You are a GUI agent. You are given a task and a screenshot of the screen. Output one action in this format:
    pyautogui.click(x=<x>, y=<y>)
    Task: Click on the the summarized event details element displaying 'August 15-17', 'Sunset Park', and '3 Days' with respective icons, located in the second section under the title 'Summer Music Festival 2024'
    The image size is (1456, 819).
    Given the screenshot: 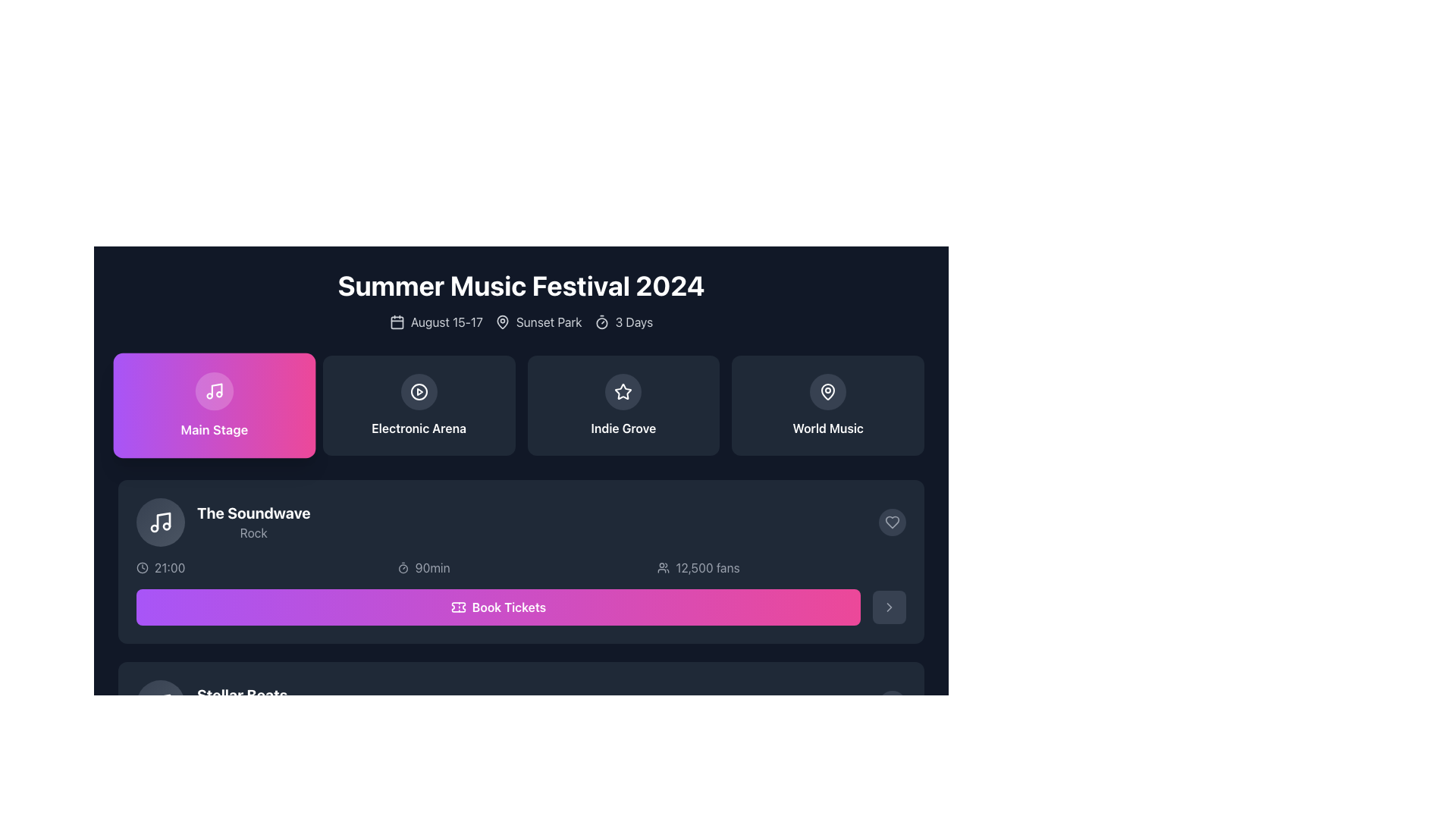 What is the action you would take?
    pyautogui.click(x=521, y=321)
    